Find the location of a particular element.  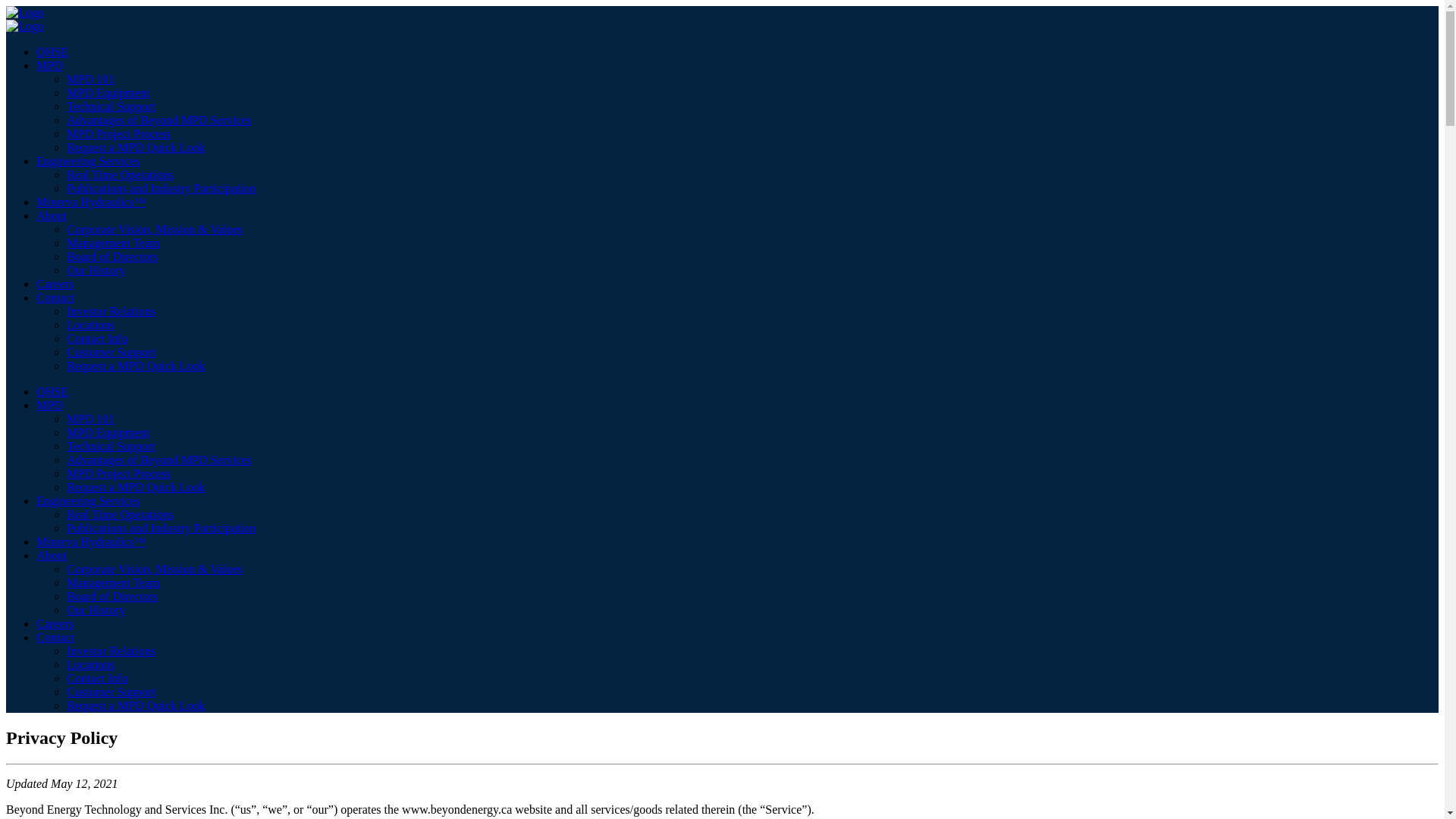

'QHSE' is located at coordinates (52, 391).